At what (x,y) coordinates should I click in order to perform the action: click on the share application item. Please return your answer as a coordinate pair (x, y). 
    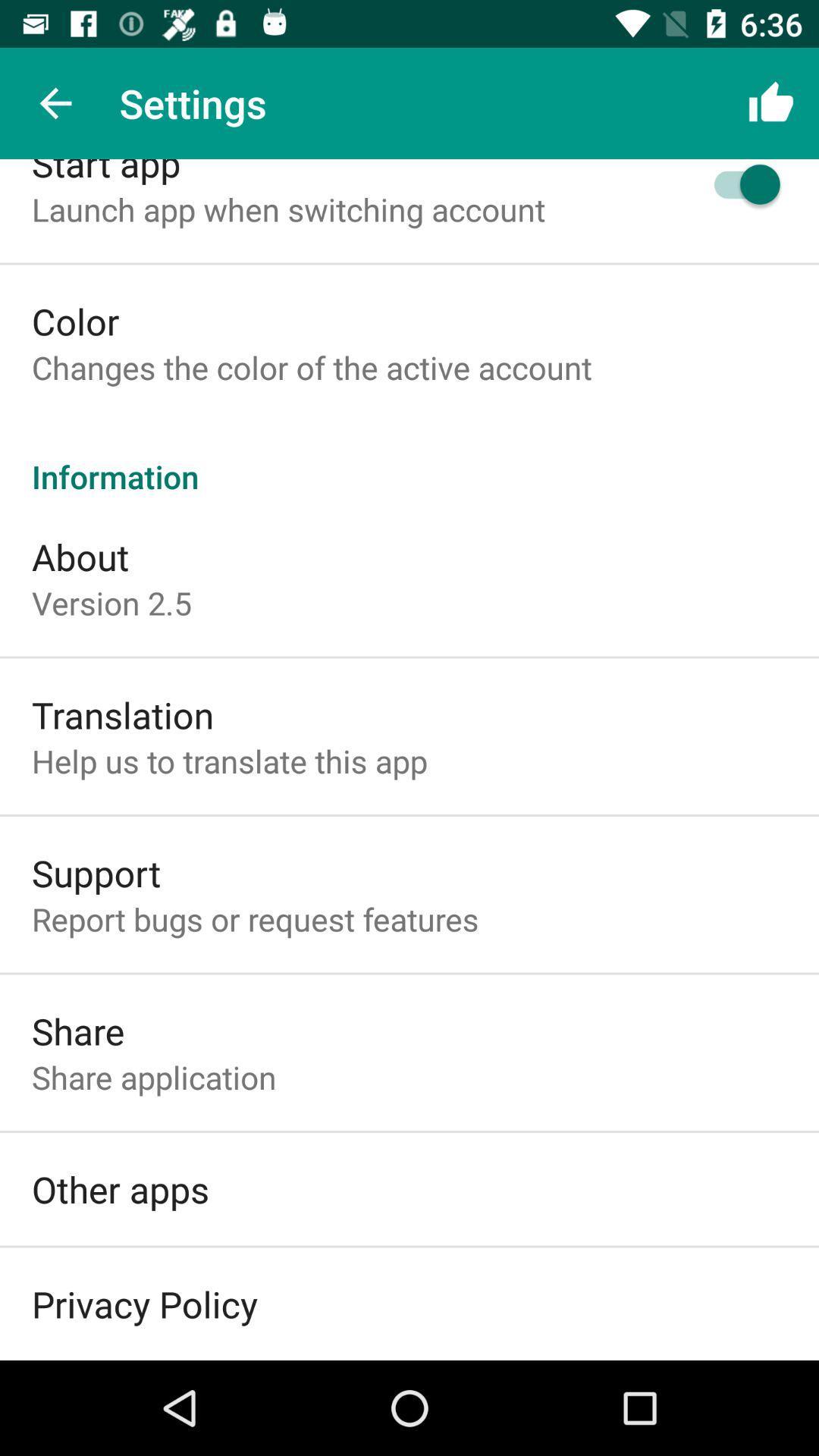
    Looking at the image, I should click on (154, 1076).